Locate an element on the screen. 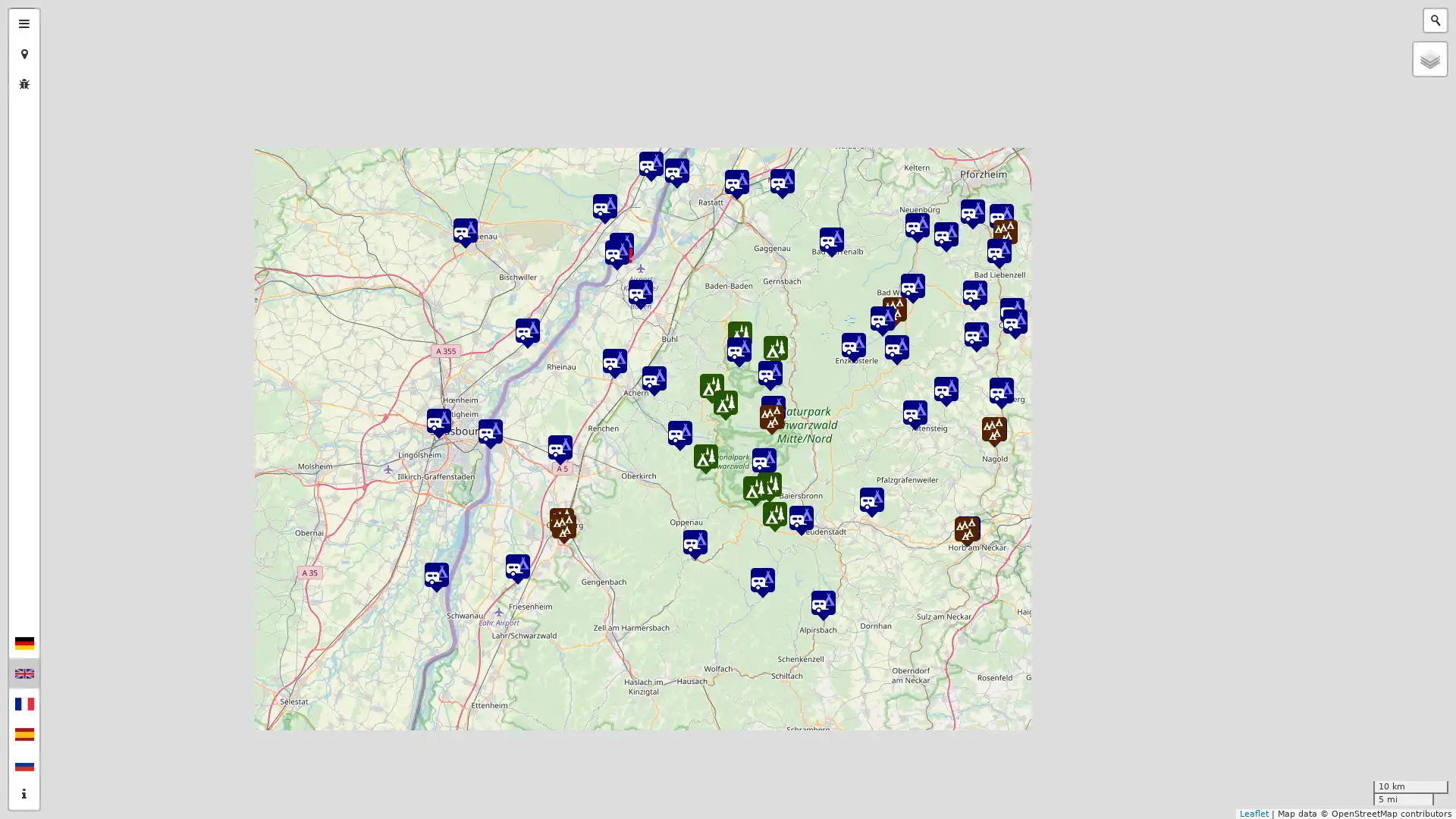 Image resolution: width=1456 pixels, height=819 pixels. Zoom in is located at coordinates (58, 20).